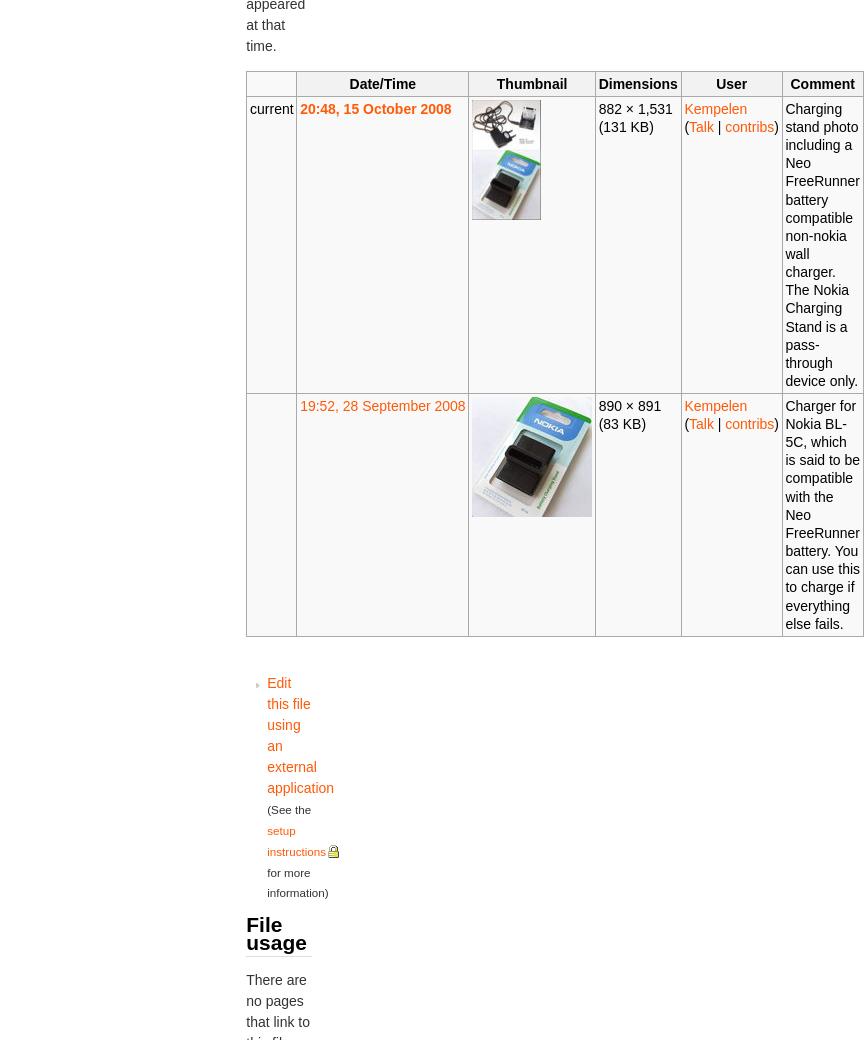 The image size is (864, 1040). What do you see at coordinates (266, 839) in the screenshot?
I see `'setup instructions'` at bounding box center [266, 839].